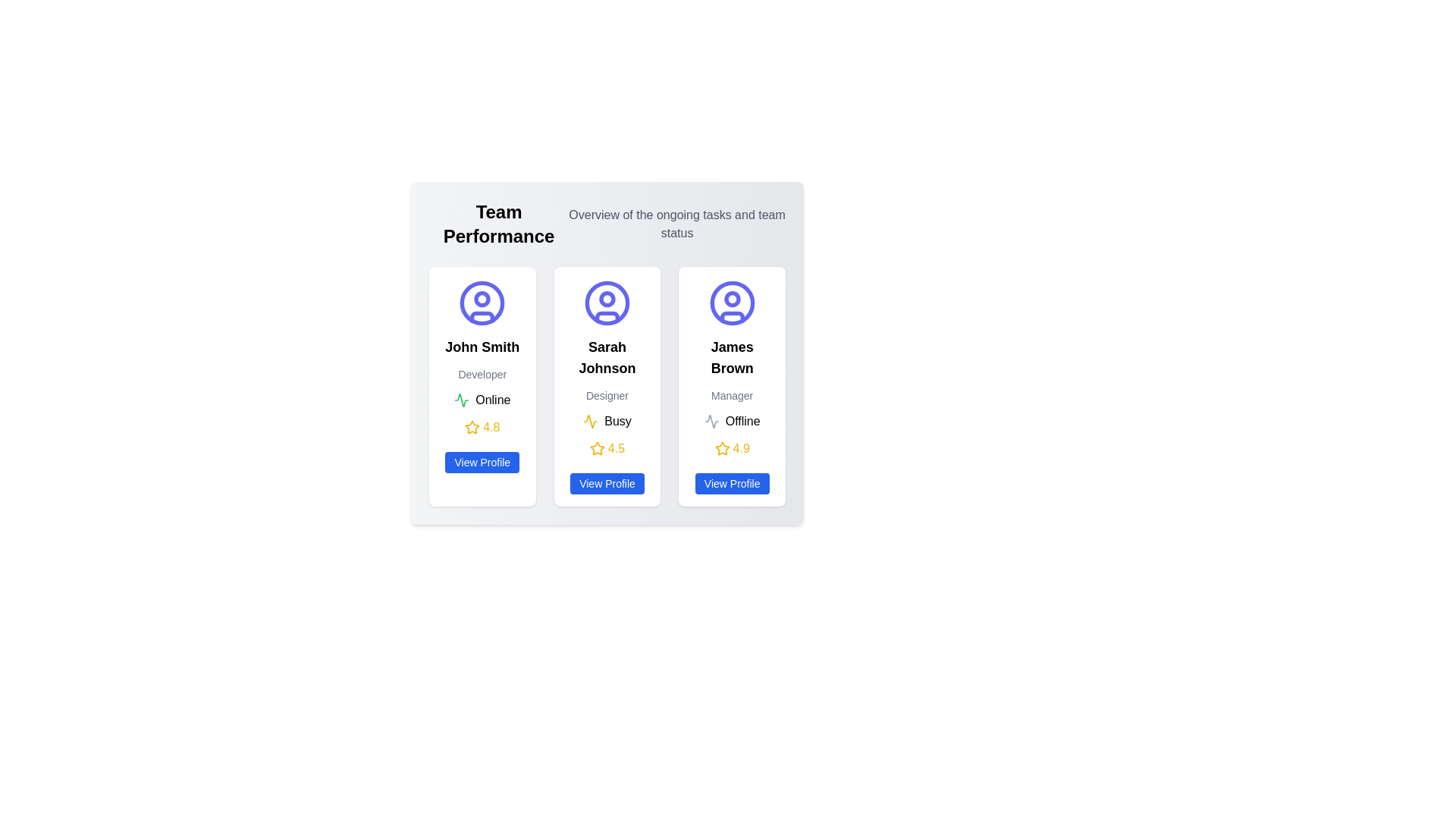  Describe the element at coordinates (482, 374) in the screenshot. I see `the label displaying the word 'Developer' in gray, which is located beneath 'John Smith' and above the status indicator 'Online' in the first card of three cards` at that location.